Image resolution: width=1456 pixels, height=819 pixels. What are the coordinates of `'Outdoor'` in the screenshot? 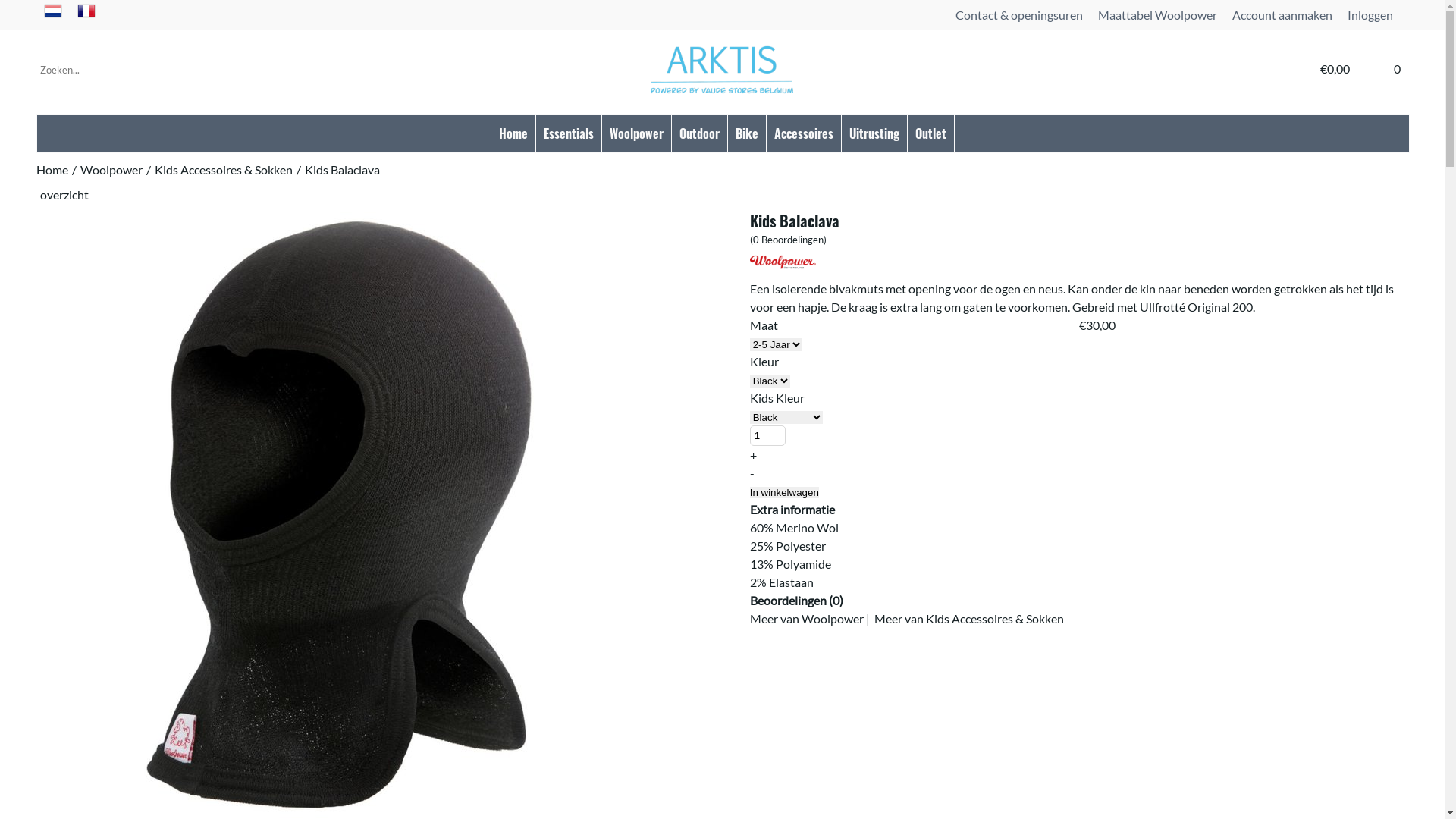 It's located at (698, 133).